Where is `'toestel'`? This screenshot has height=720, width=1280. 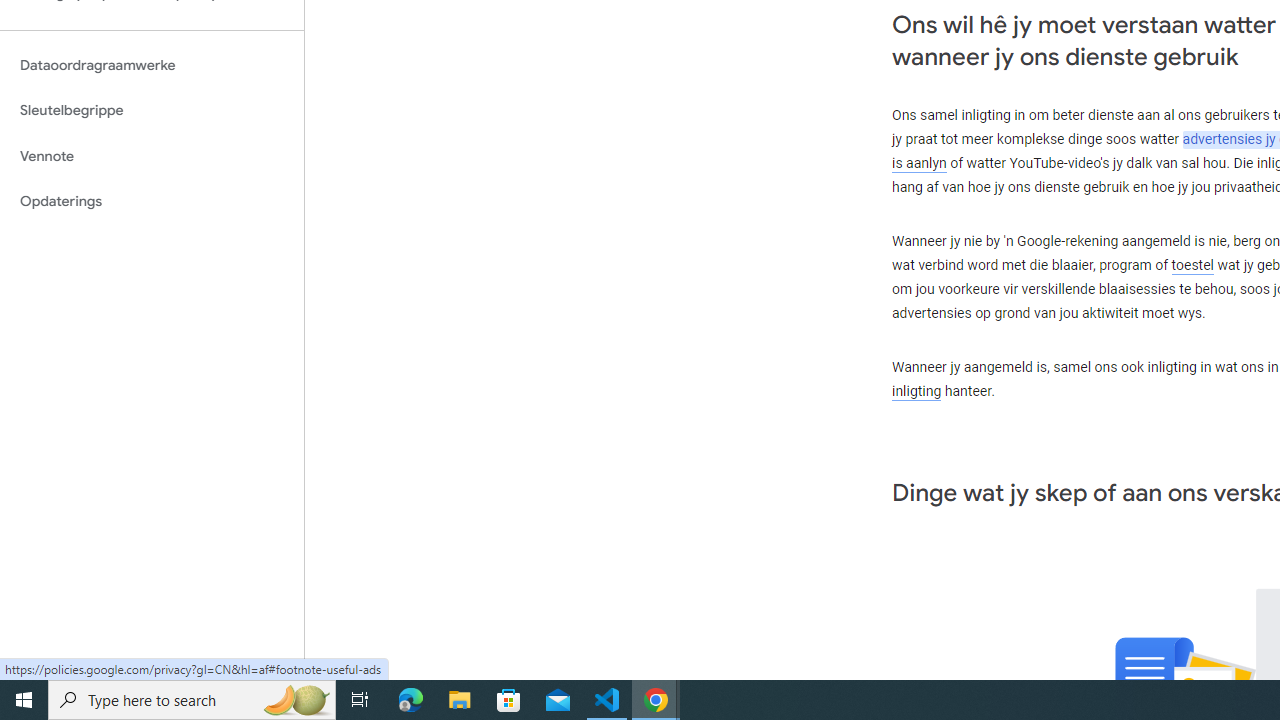 'toestel' is located at coordinates (1192, 264).